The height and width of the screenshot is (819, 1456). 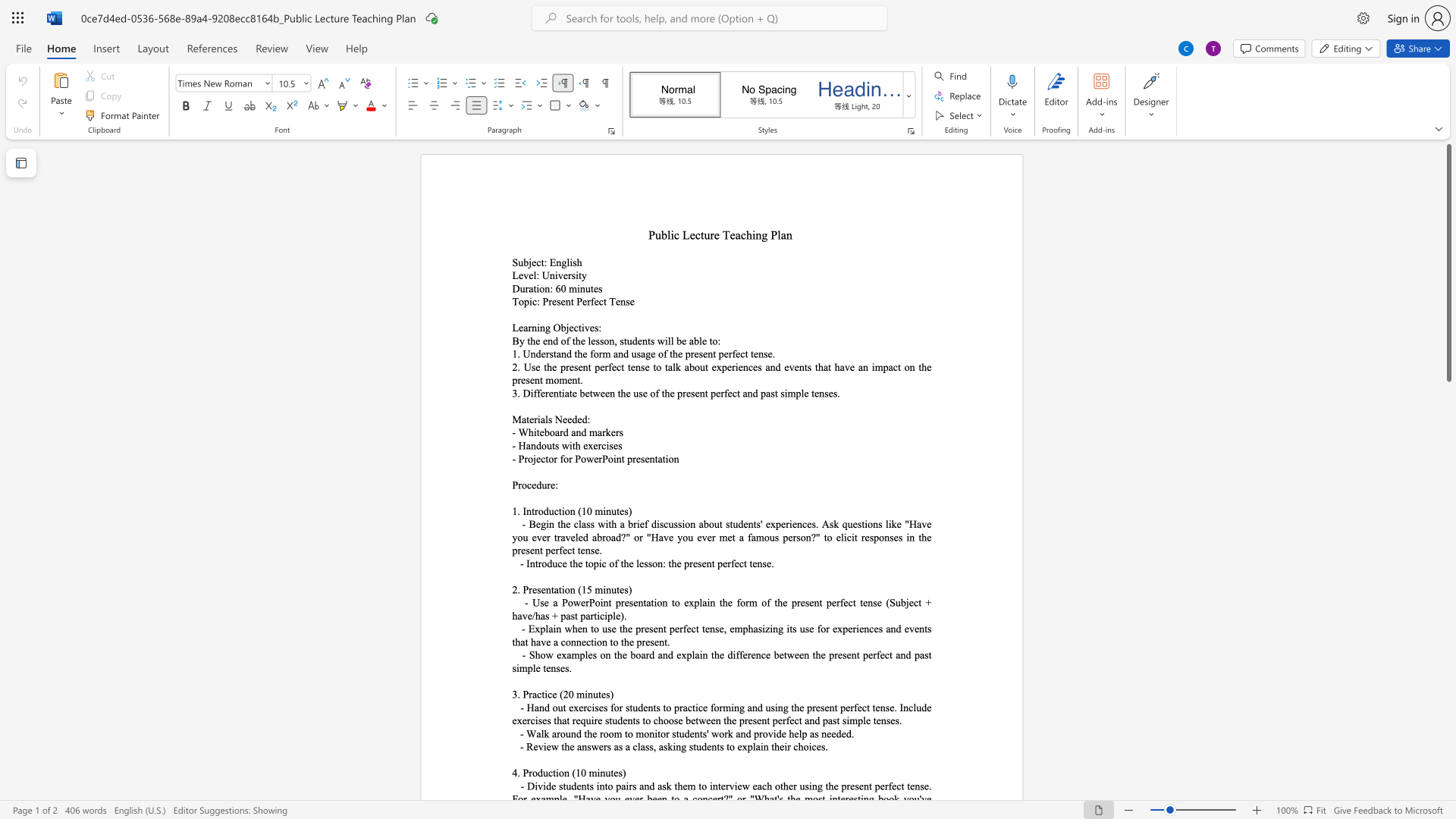 I want to click on the space between the continuous character "4" and "." in the text, so click(x=516, y=773).